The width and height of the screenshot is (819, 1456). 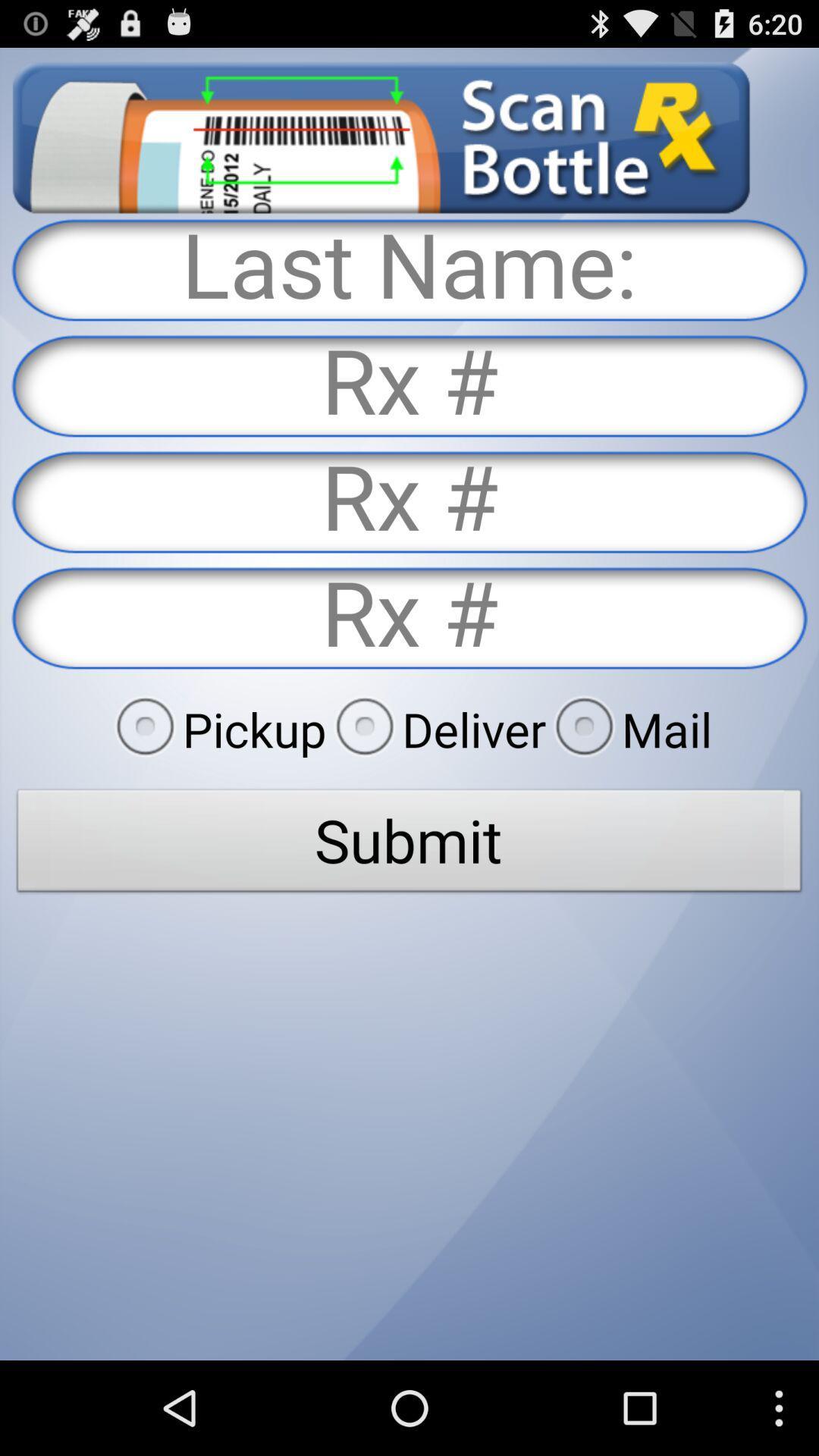 I want to click on item to the left of the deliver radio button, so click(x=216, y=729).